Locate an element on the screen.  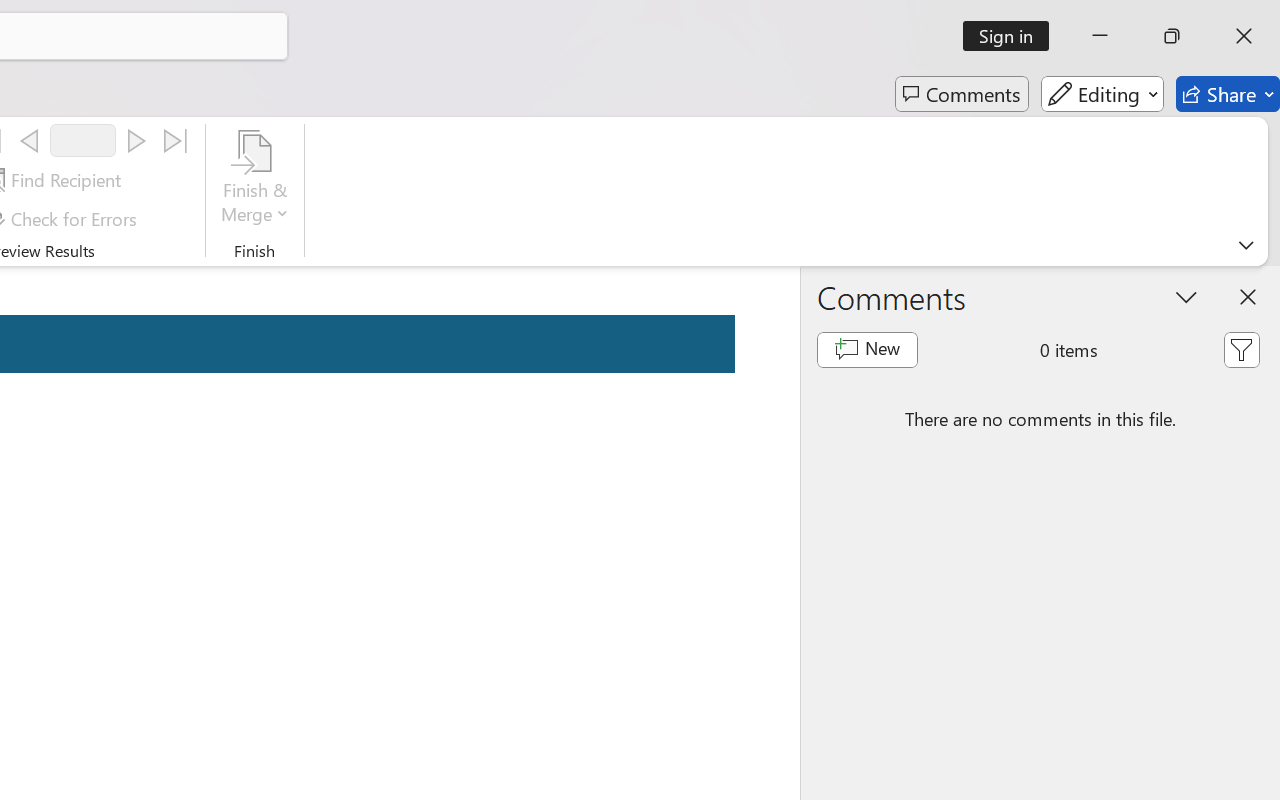
'Filter' is located at coordinates (1240, 350).